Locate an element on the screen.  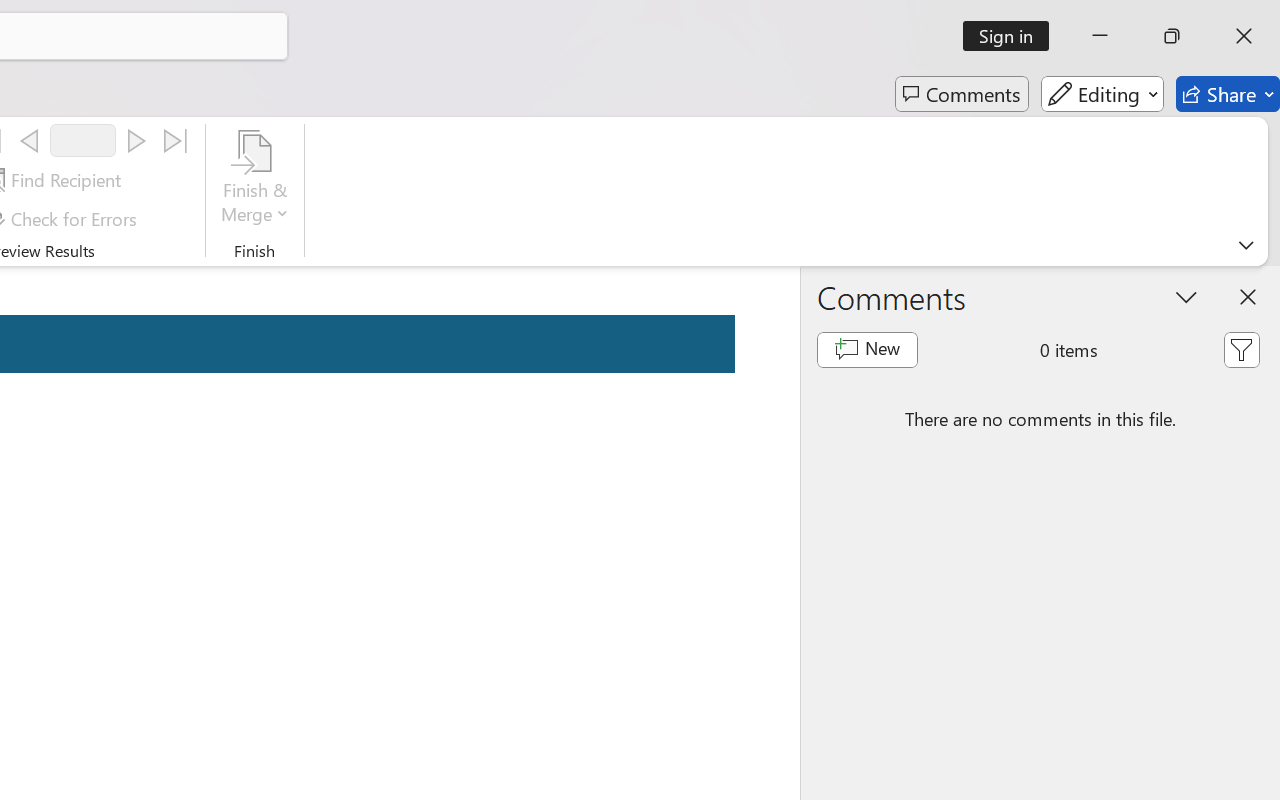
'Filter' is located at coordinates (1240, 350).